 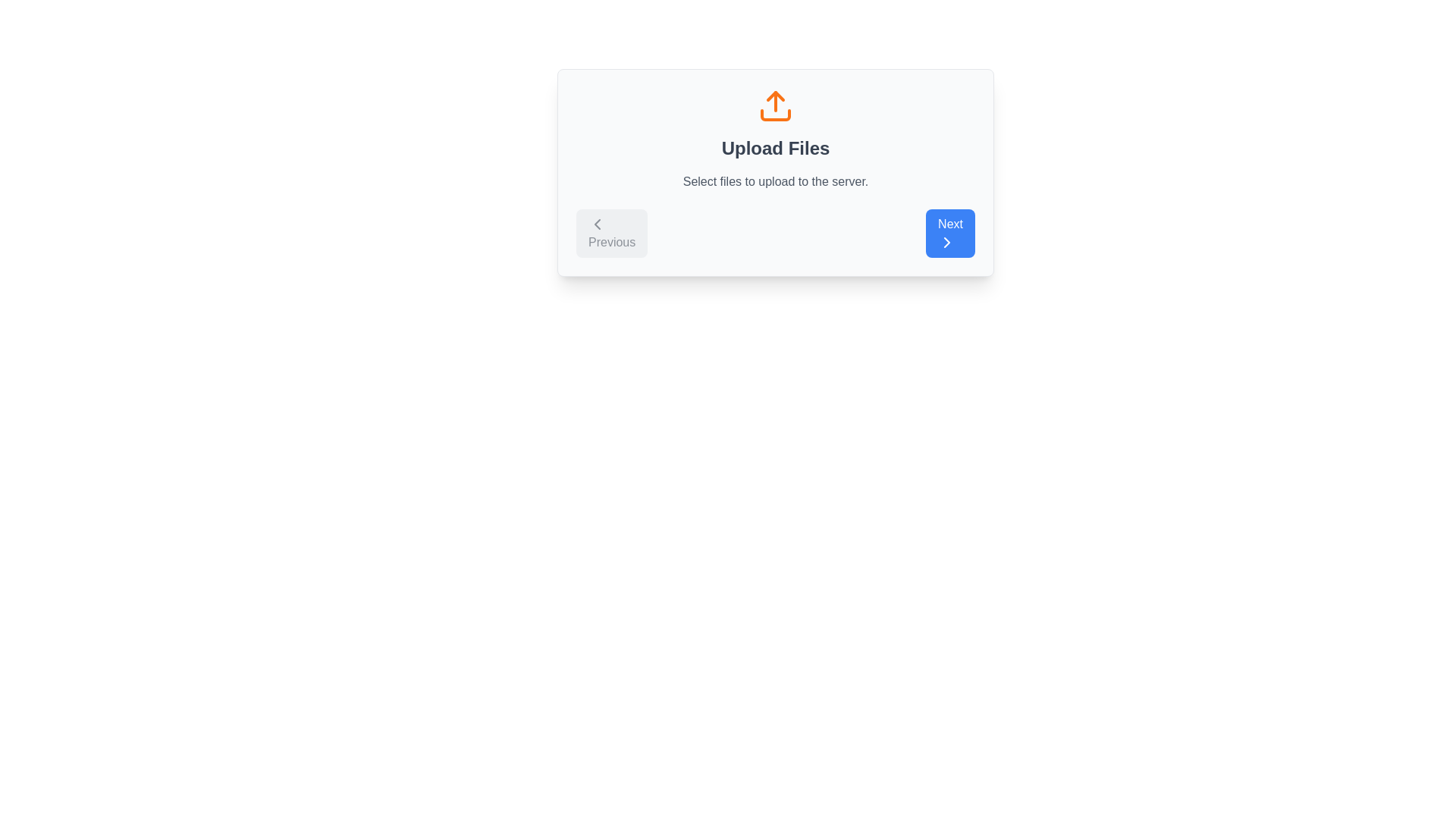 I want to click on the navigation button located at the bottom left of the card interface, which allows users to go to the previous step in a multi-step process, so click(x=612, y=234).